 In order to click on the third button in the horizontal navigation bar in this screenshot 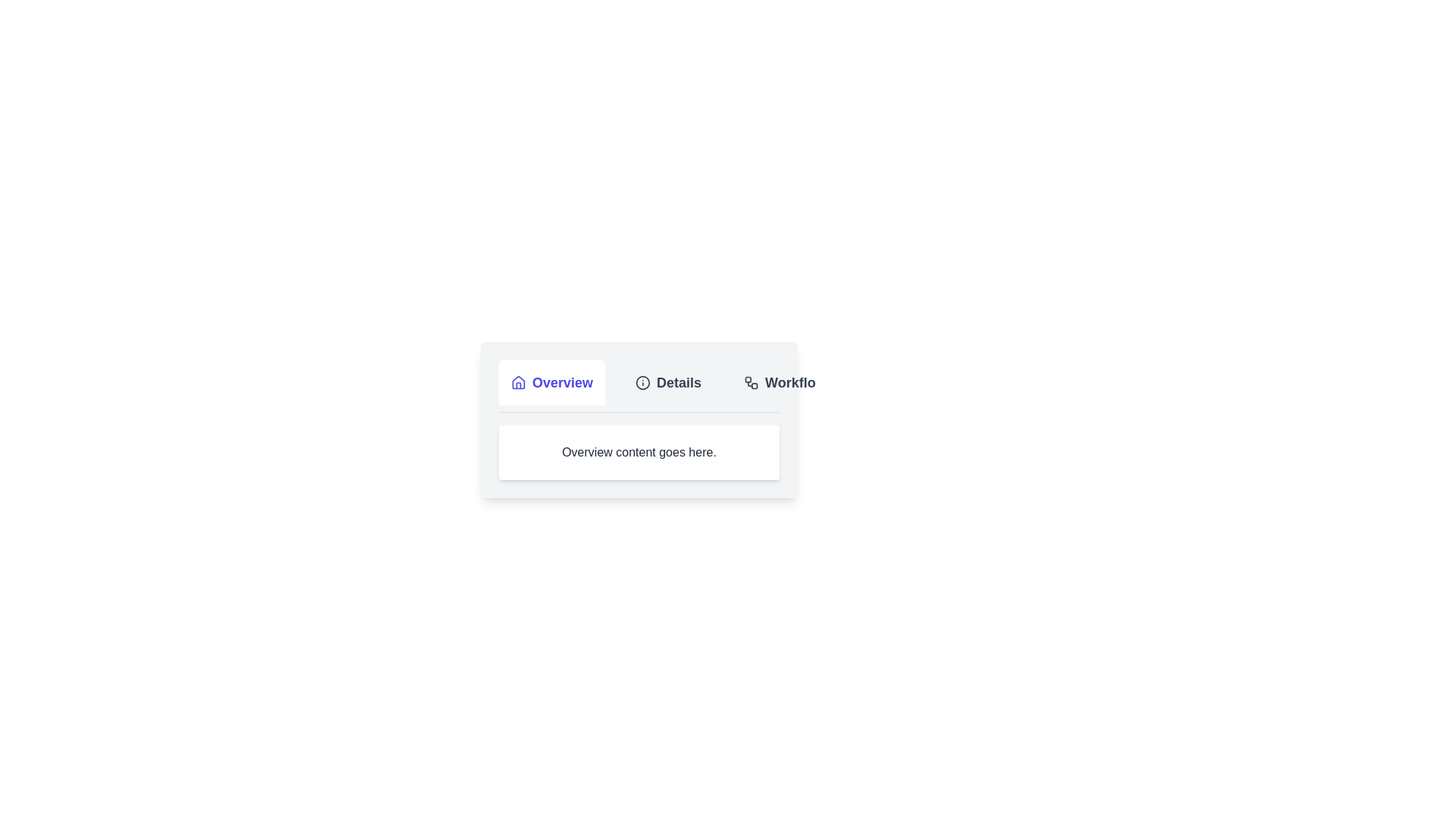, I will do `click(785, 382)`.